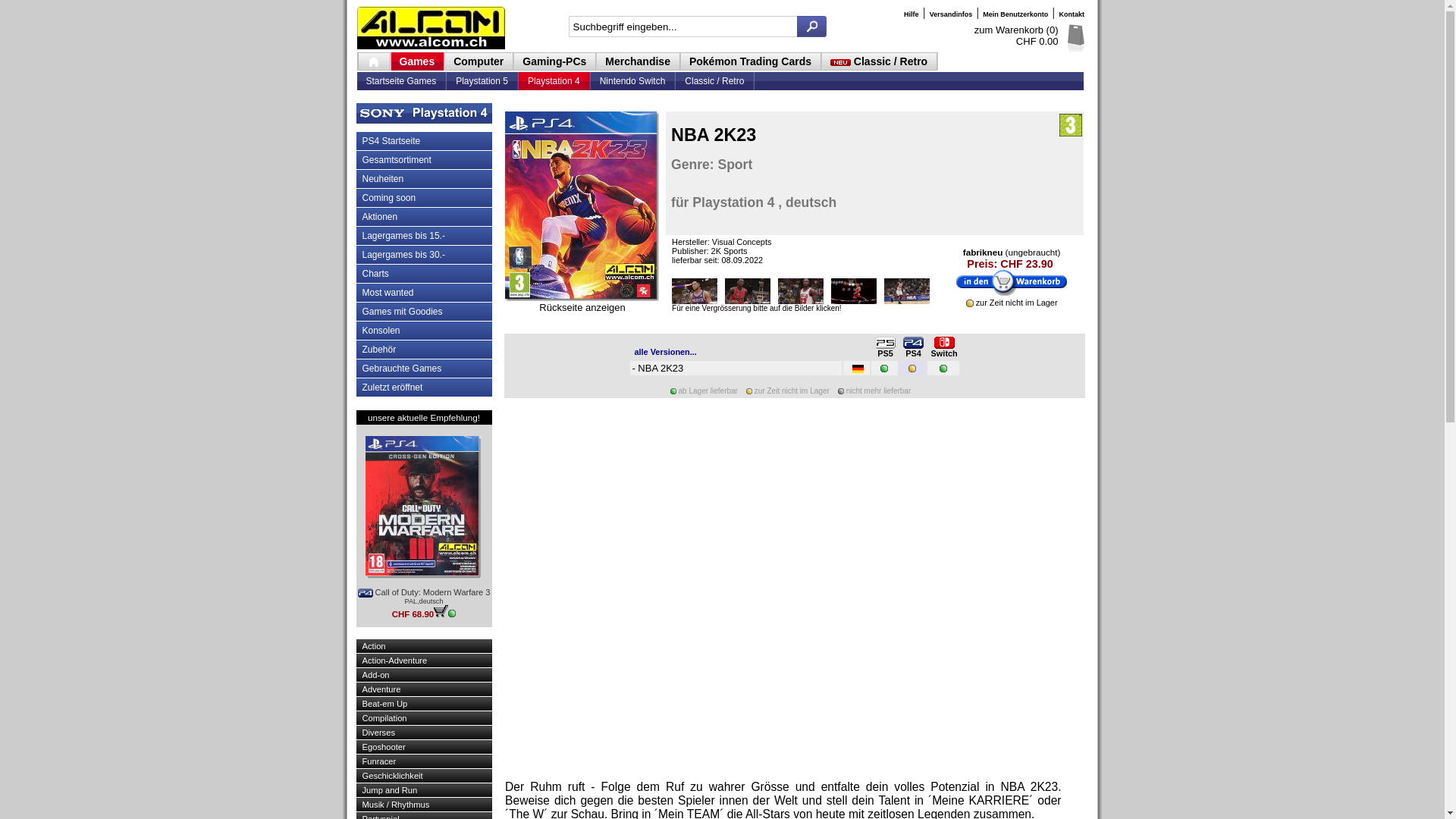  I want to click on 'nicht mehr lieferbar', so click(839, 391).